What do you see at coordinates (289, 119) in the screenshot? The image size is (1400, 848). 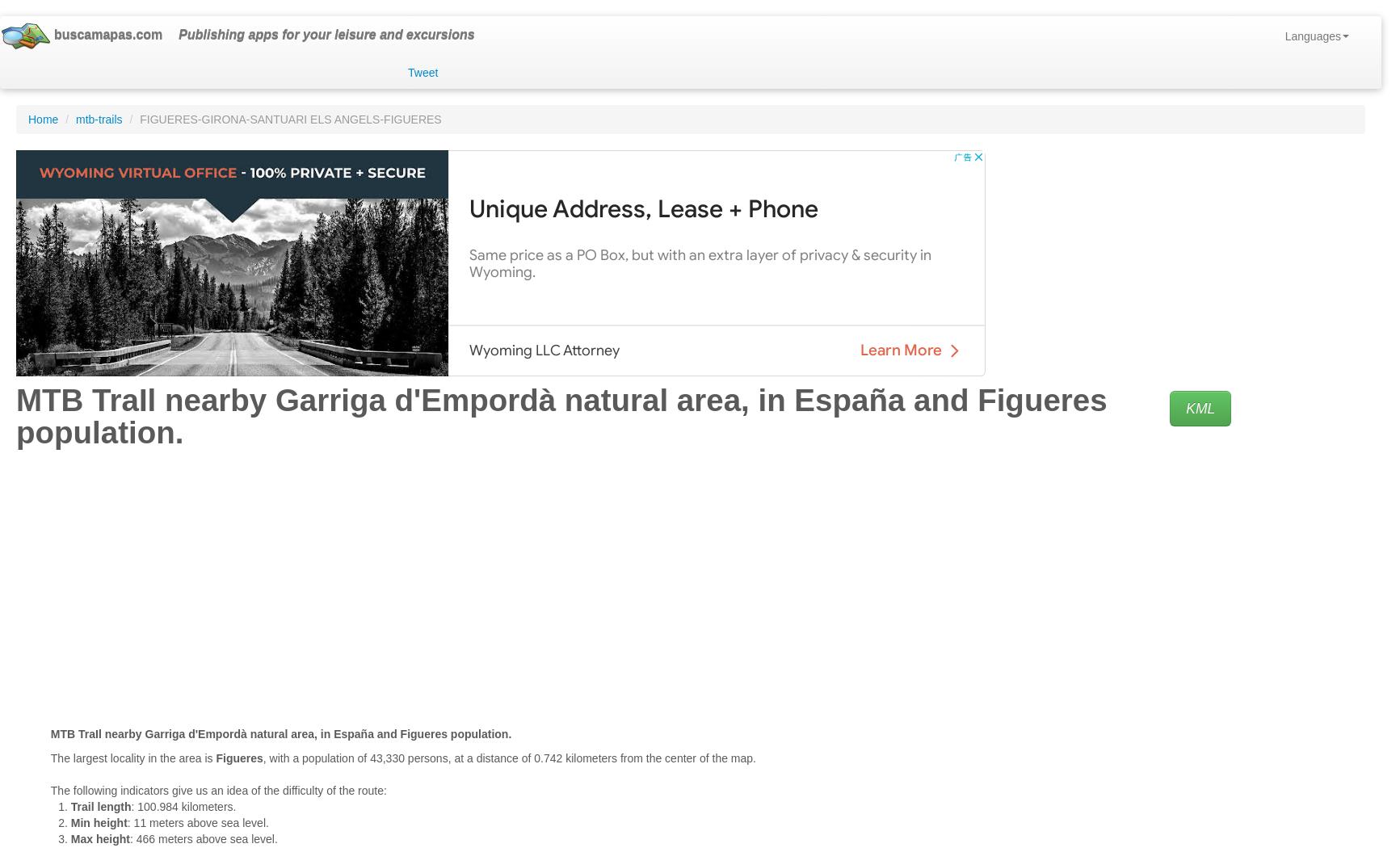 I see `'FIGUERES-GIRONA-SANTUARI ELS ANGELS-FIGUERES'` at bounding box center [289, 119].